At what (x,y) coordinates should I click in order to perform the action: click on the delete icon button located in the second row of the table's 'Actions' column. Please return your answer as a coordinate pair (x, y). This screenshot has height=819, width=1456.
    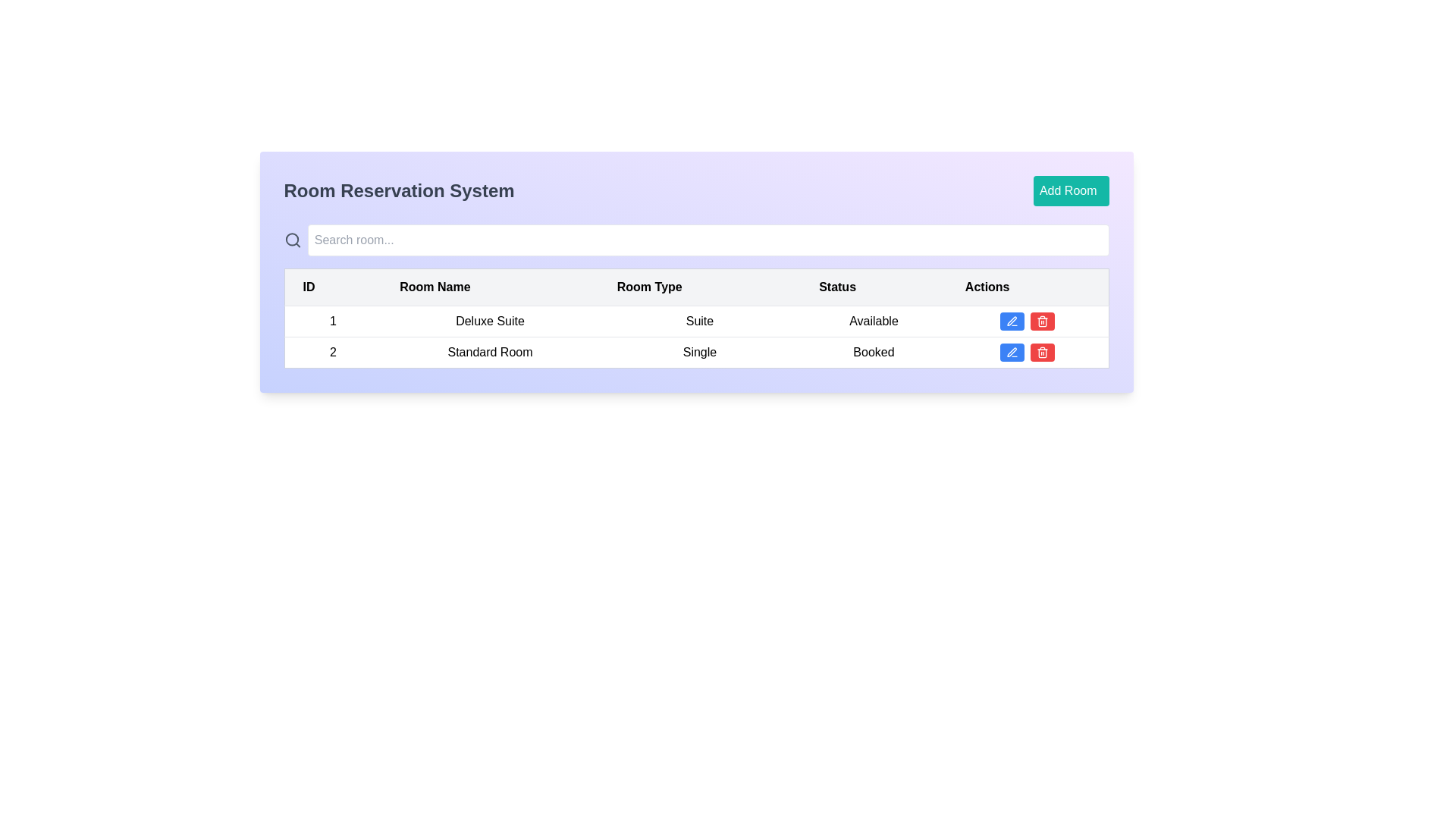
    Looking at the image, I should click on (1042, 353).